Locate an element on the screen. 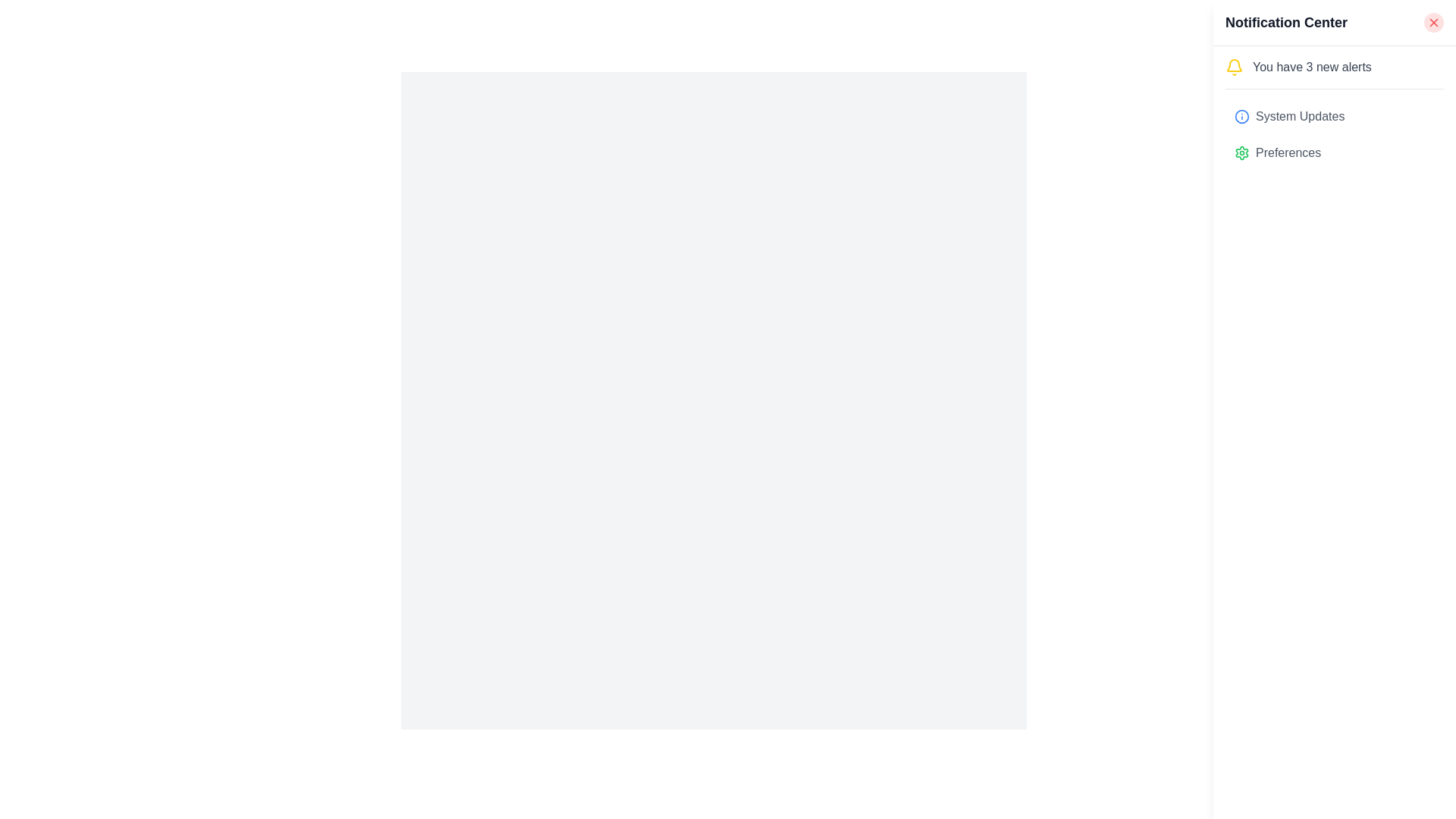  the static text indicating the number of new alerts, which is centrally positioned in the 'Notification Center' next to a yellow bell icon is located at coordinates (1311, 66).